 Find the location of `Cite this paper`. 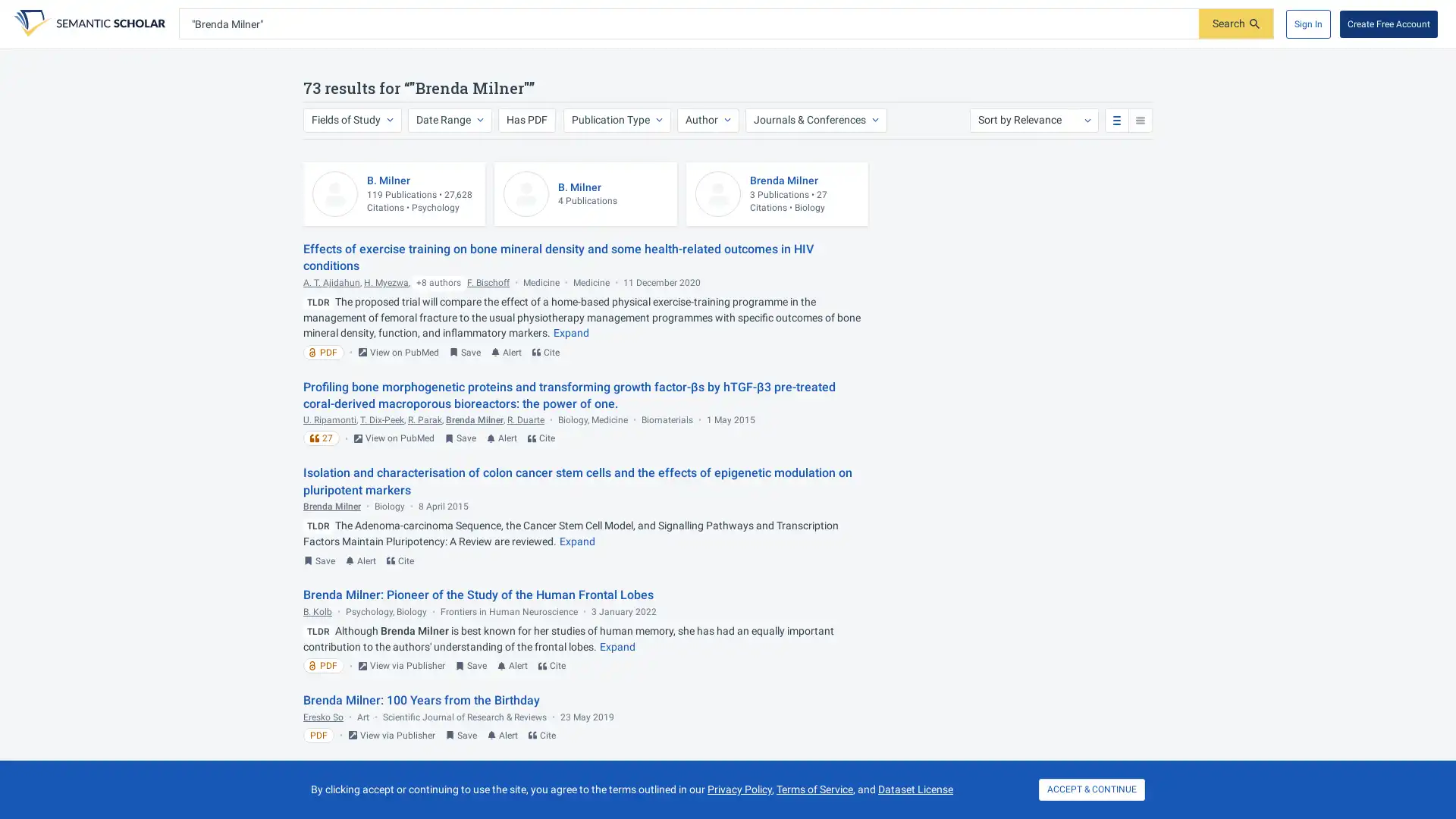

Cite this paper is located at coordinates (400, 560).